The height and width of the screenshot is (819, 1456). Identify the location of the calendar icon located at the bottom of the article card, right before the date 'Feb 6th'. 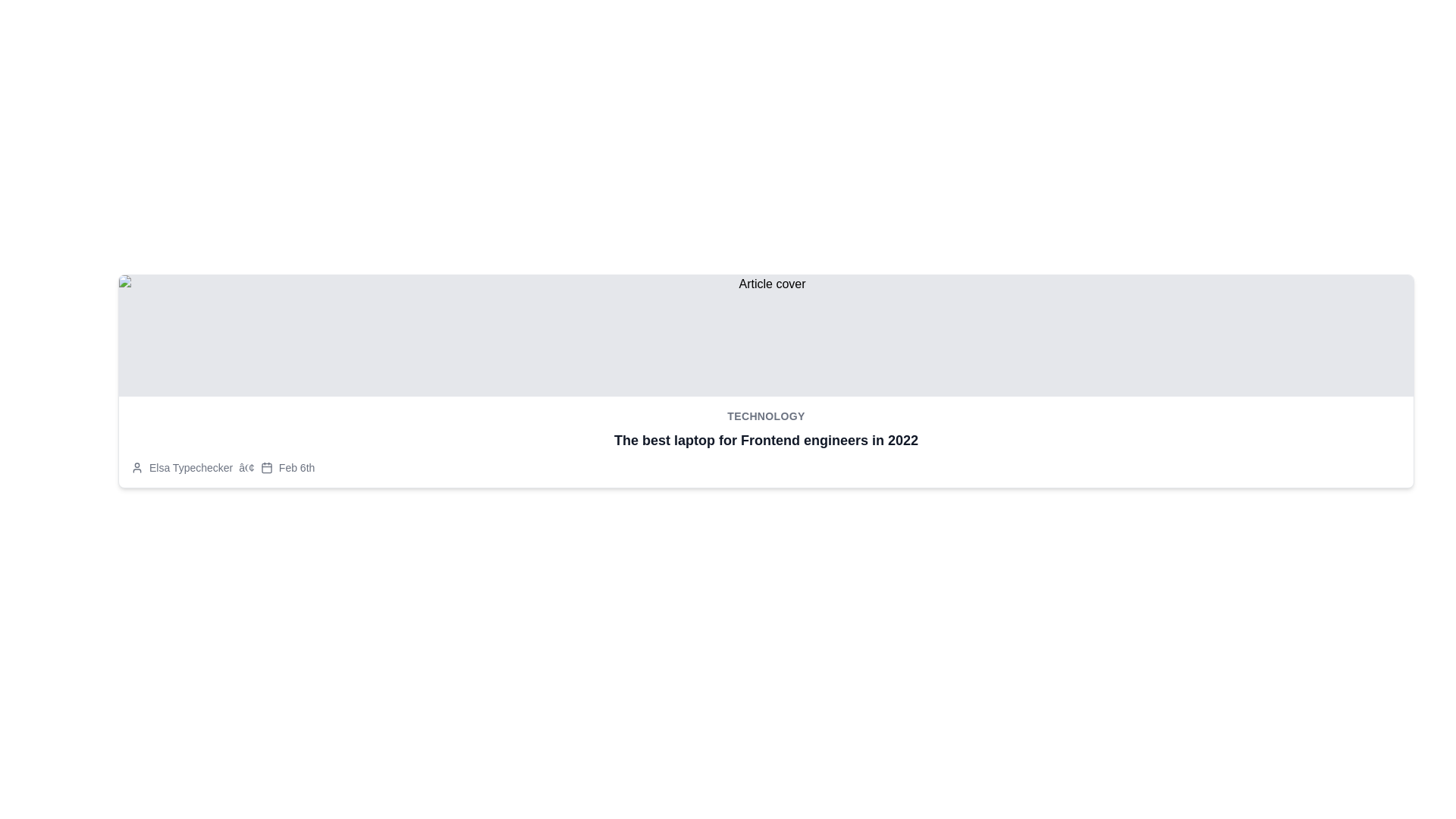
(266, 467).